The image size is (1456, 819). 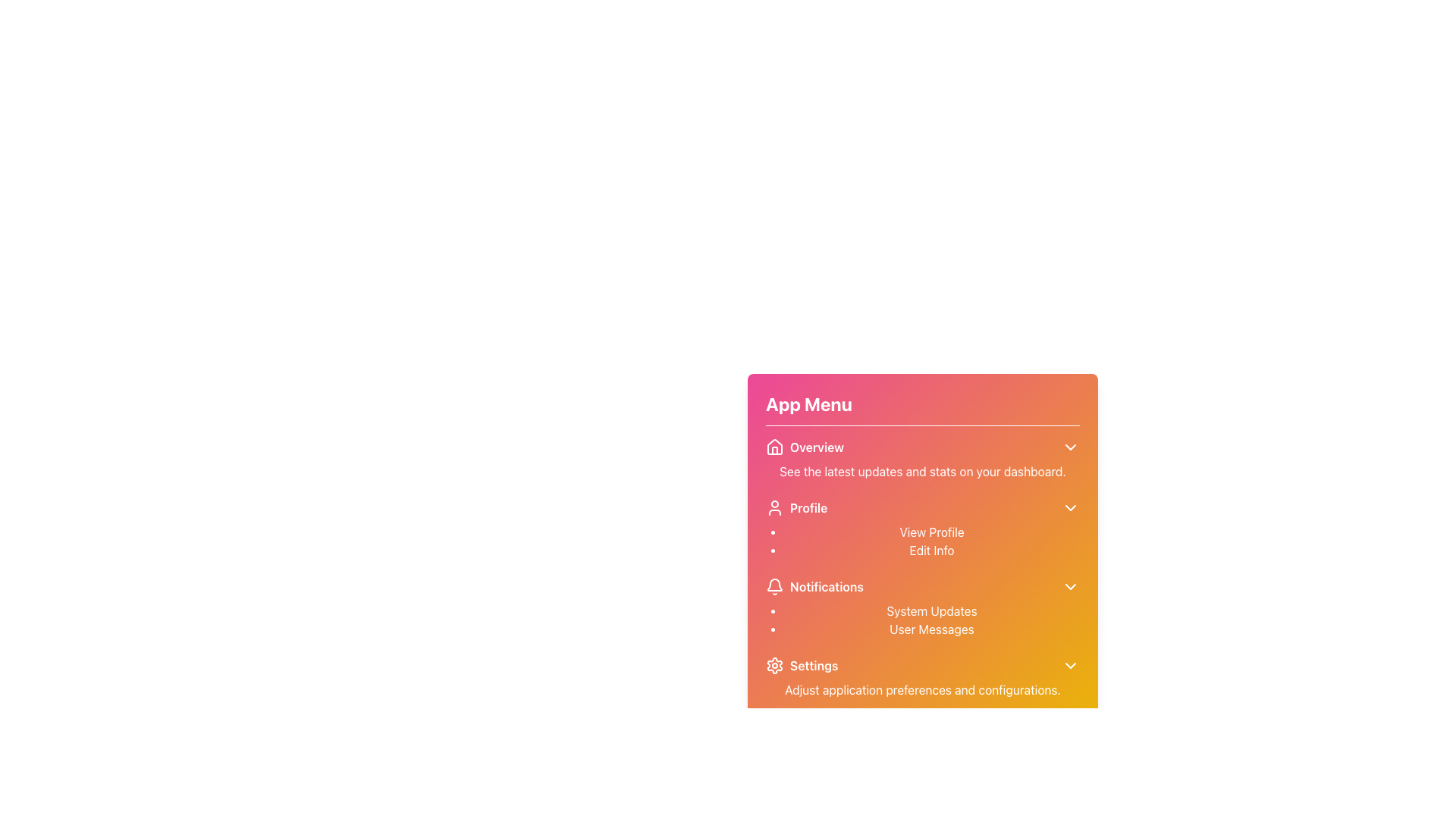 I want to click on the 'Notifications' dropdown section, so click(x=922, y=607).